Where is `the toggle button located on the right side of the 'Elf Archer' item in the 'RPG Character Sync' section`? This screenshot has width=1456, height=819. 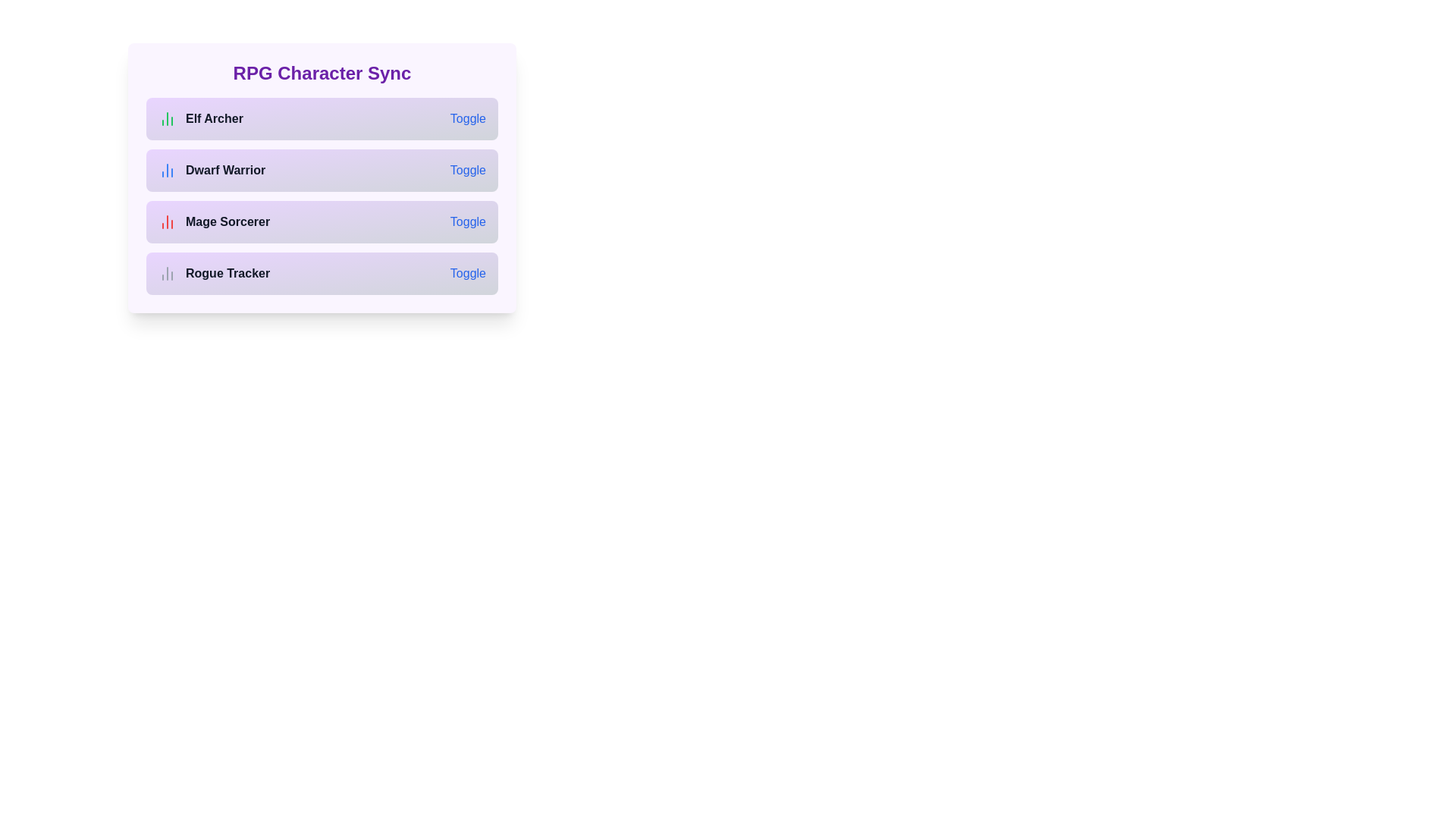 the toggle button located on the right side of the 'Elf Archer' item in the 'RPG Character Sync' section is located at coordinates (467, 118).